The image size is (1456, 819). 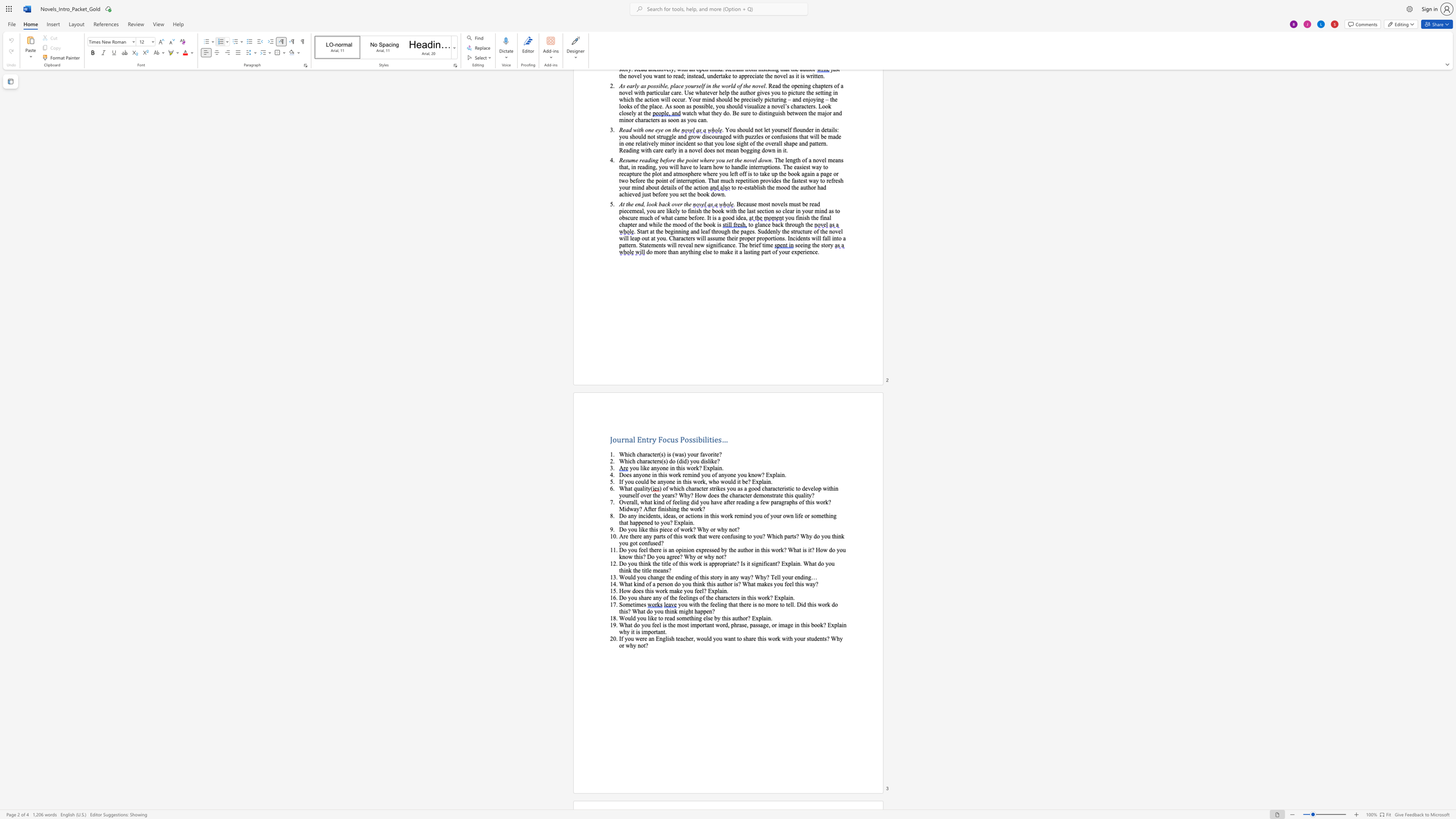 I want to click on the 2th character "m" in the text, so click(x=694, y=624).